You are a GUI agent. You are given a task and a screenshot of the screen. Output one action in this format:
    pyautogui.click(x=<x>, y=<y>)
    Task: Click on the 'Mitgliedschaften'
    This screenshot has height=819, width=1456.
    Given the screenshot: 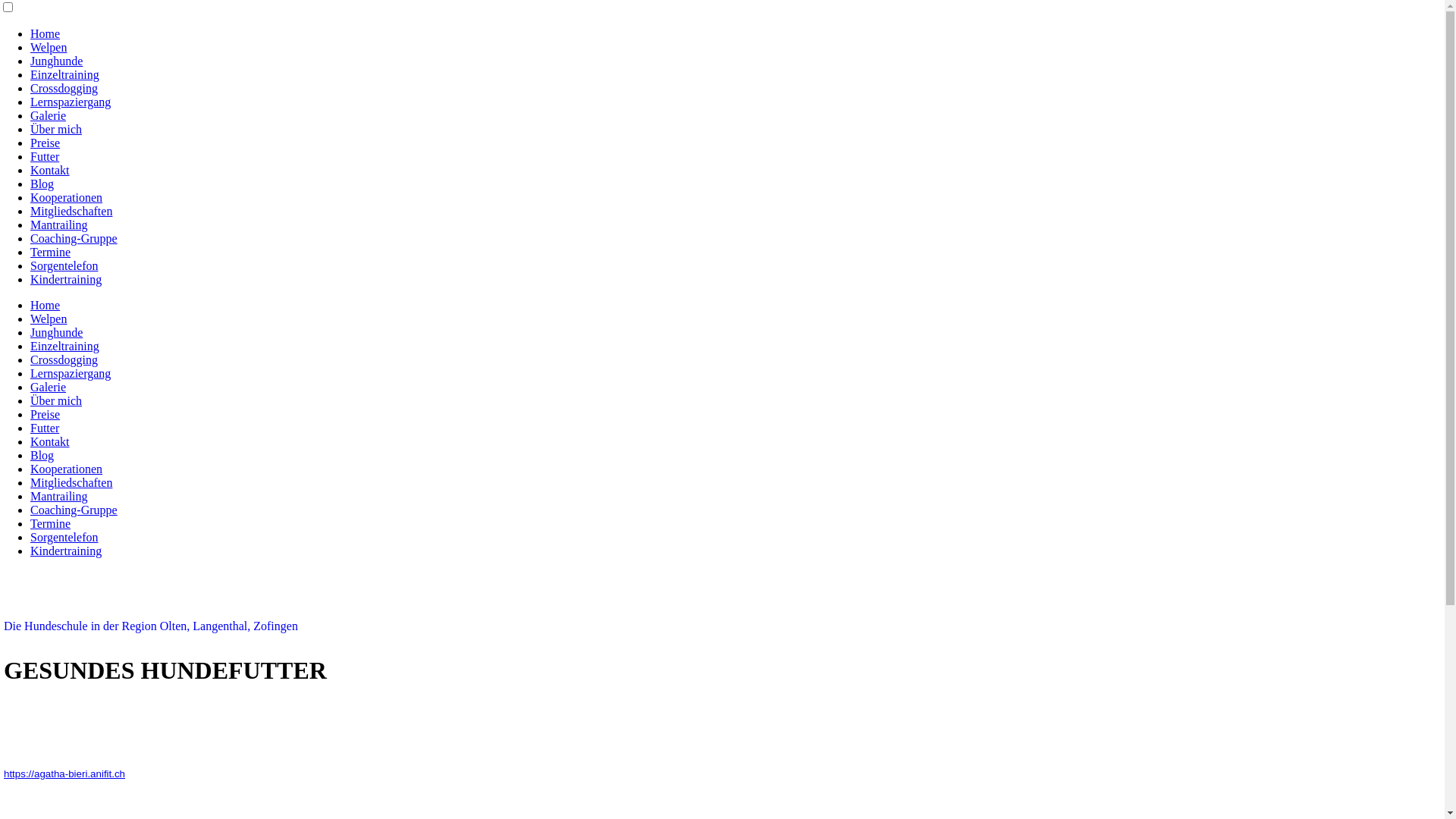 What is the action you would take?
    pyautogui.click(x=71, y=211)
    